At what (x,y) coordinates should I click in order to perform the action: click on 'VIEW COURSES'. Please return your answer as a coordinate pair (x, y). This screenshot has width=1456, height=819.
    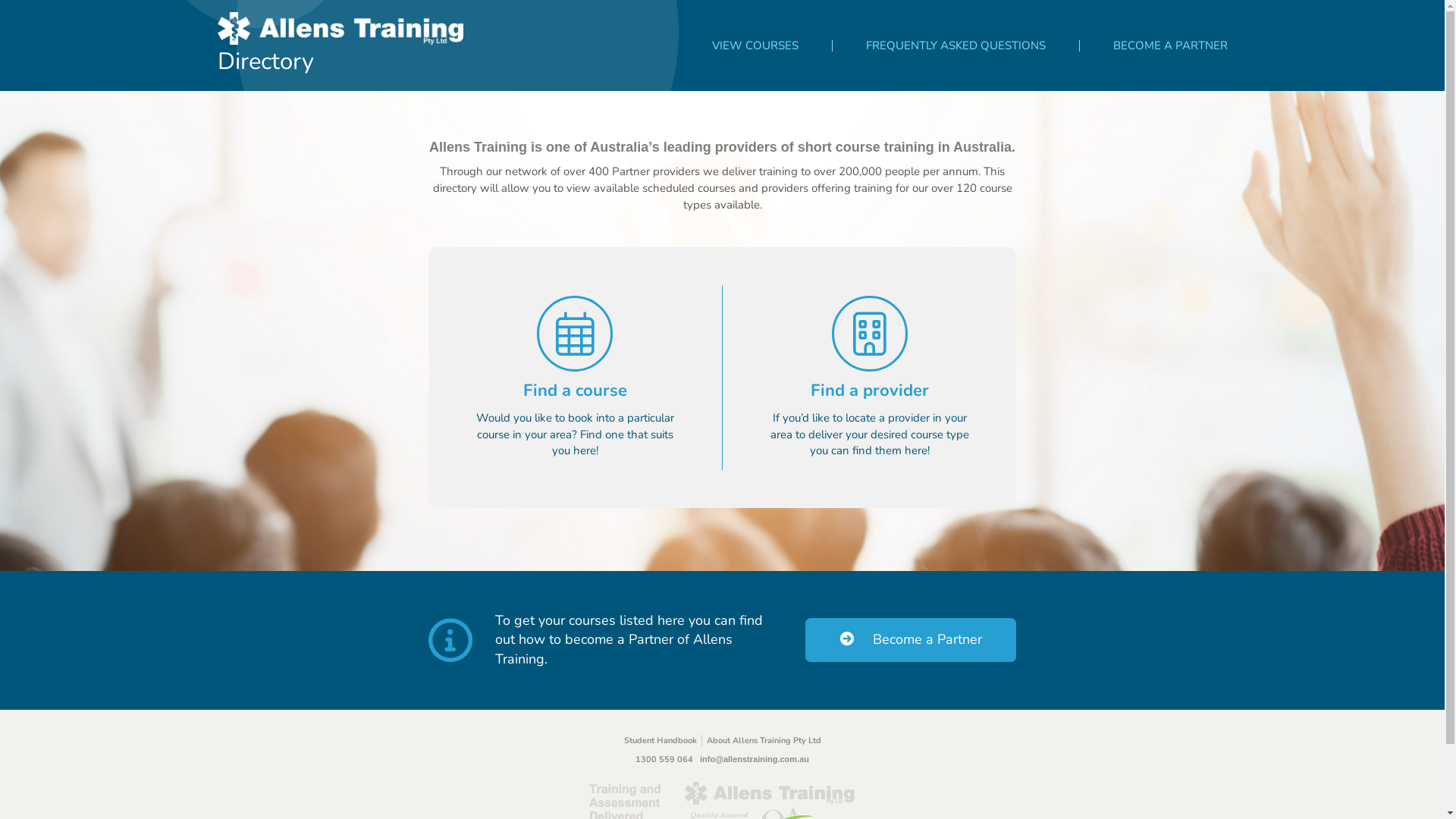
    Looking at the image, I should click on (754, 45).